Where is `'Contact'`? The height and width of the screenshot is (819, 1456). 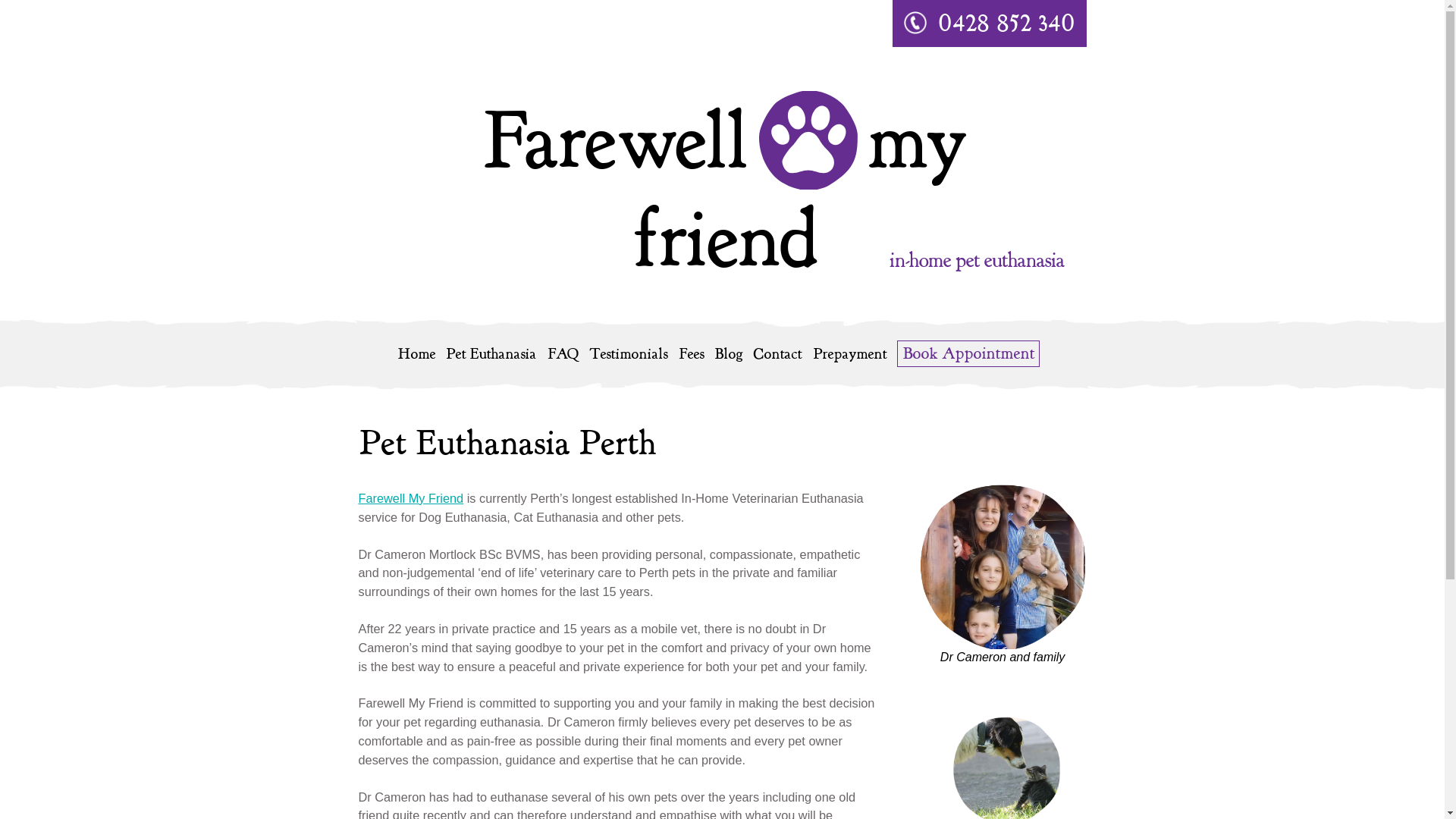 'Contact' is located at coordinates (777, 354).